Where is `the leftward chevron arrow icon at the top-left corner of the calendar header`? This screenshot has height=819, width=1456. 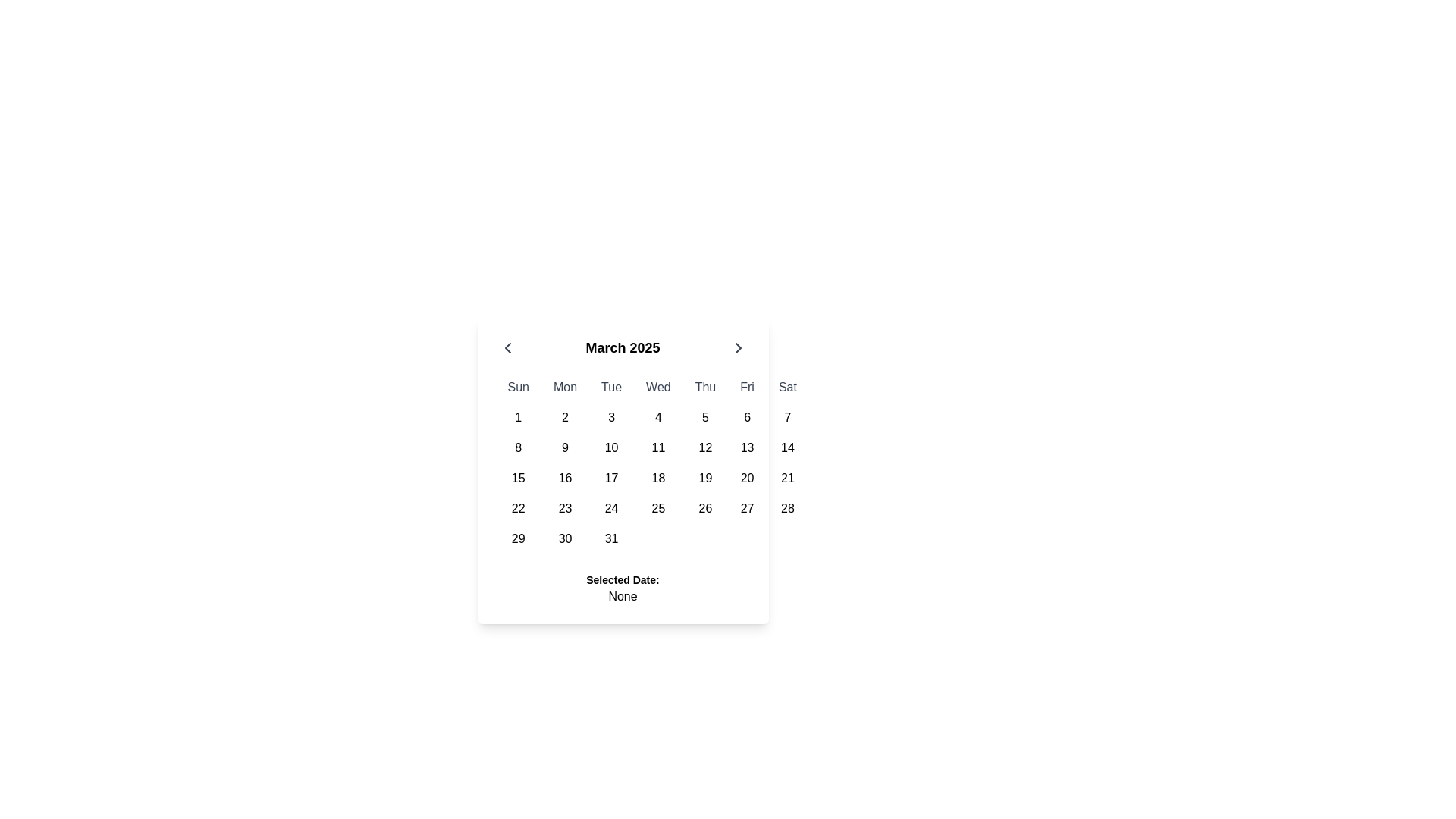 the leftward chevron arrow icon at the top-left corner of the calendar header is located at coordinates (507, 348).